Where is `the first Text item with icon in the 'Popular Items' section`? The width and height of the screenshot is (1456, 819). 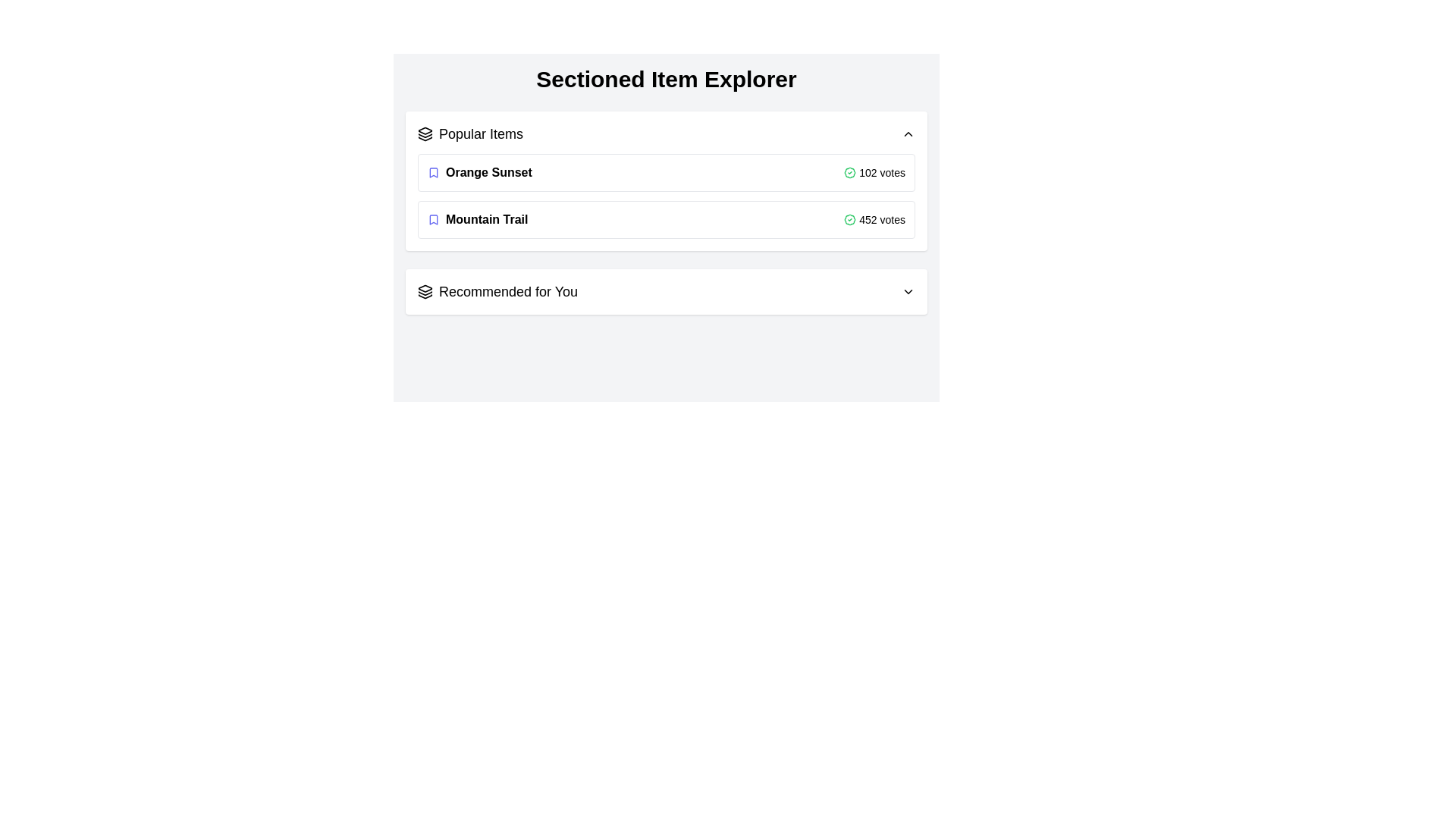
the first Text item with icon in the 'Popular Items' section is located at coordinates (479, 171).